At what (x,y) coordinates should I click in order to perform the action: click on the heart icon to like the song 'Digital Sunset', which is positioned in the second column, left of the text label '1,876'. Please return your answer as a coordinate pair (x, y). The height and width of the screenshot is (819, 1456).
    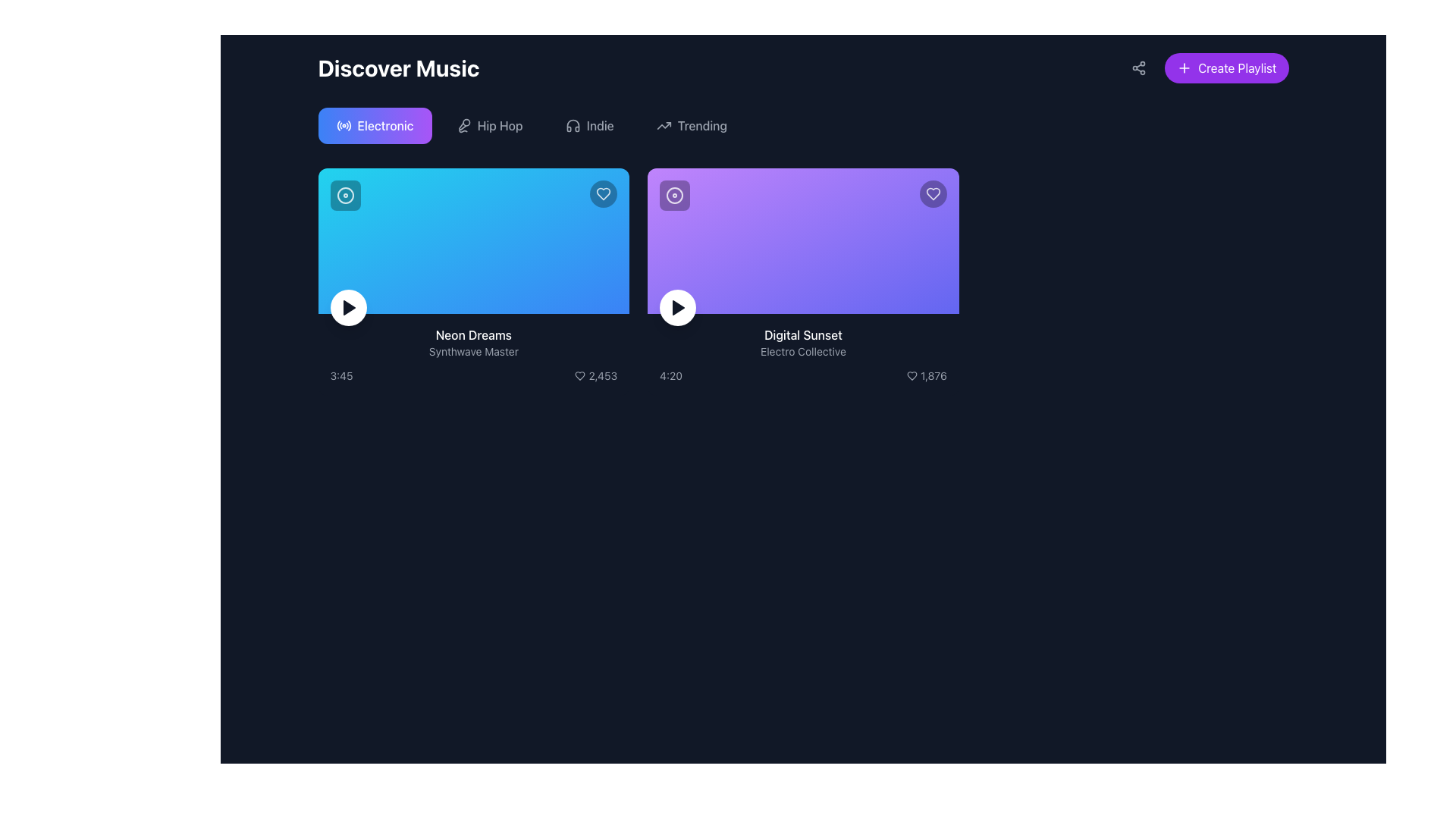
    Looking at the image, I should click on (912, 375).